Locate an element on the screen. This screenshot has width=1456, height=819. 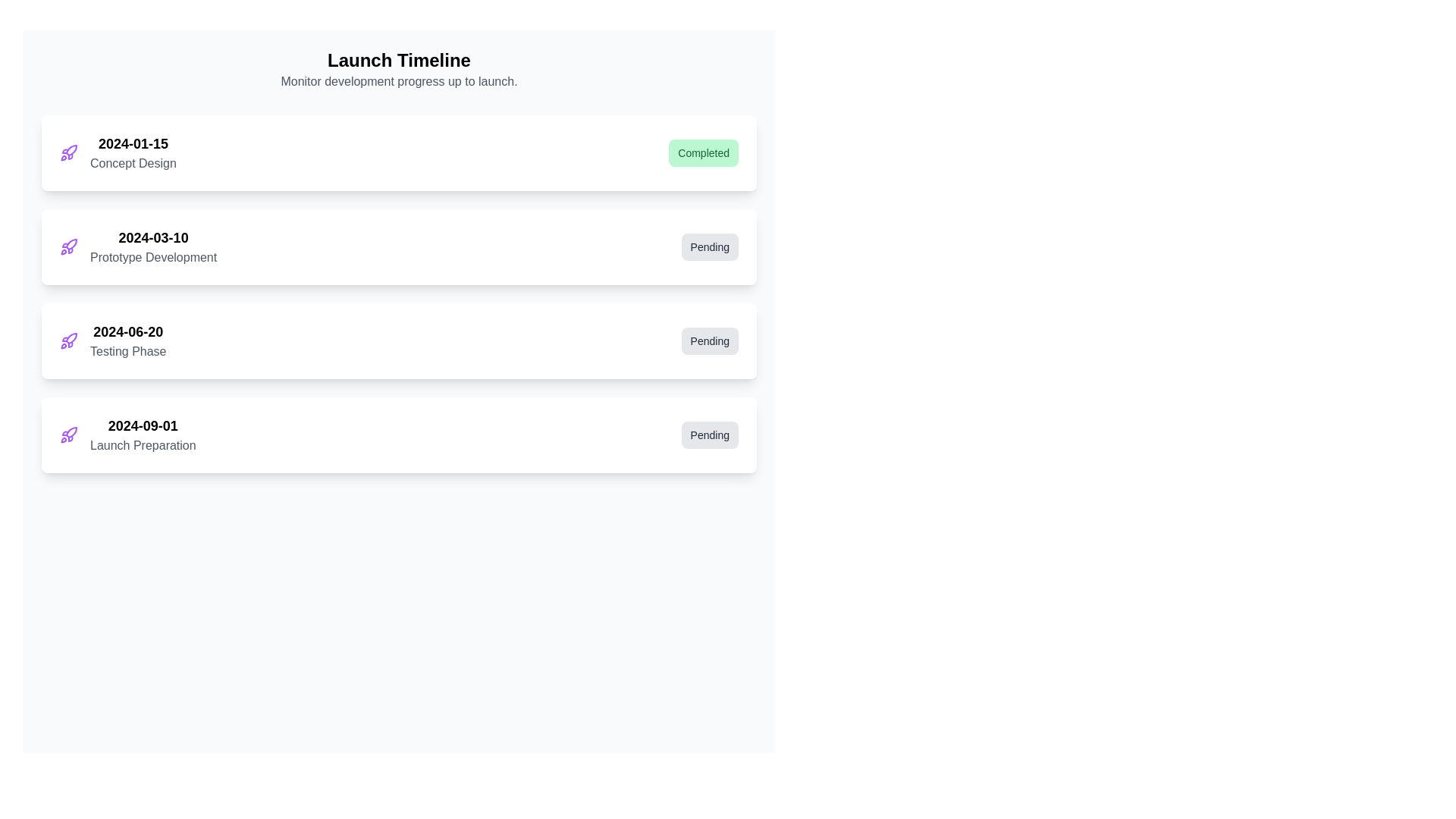
the static explanatory text located directly below the 'Launch Timeline' heading, which provides context about monitoring development progress for a launch is located at coordinates (399, 82).